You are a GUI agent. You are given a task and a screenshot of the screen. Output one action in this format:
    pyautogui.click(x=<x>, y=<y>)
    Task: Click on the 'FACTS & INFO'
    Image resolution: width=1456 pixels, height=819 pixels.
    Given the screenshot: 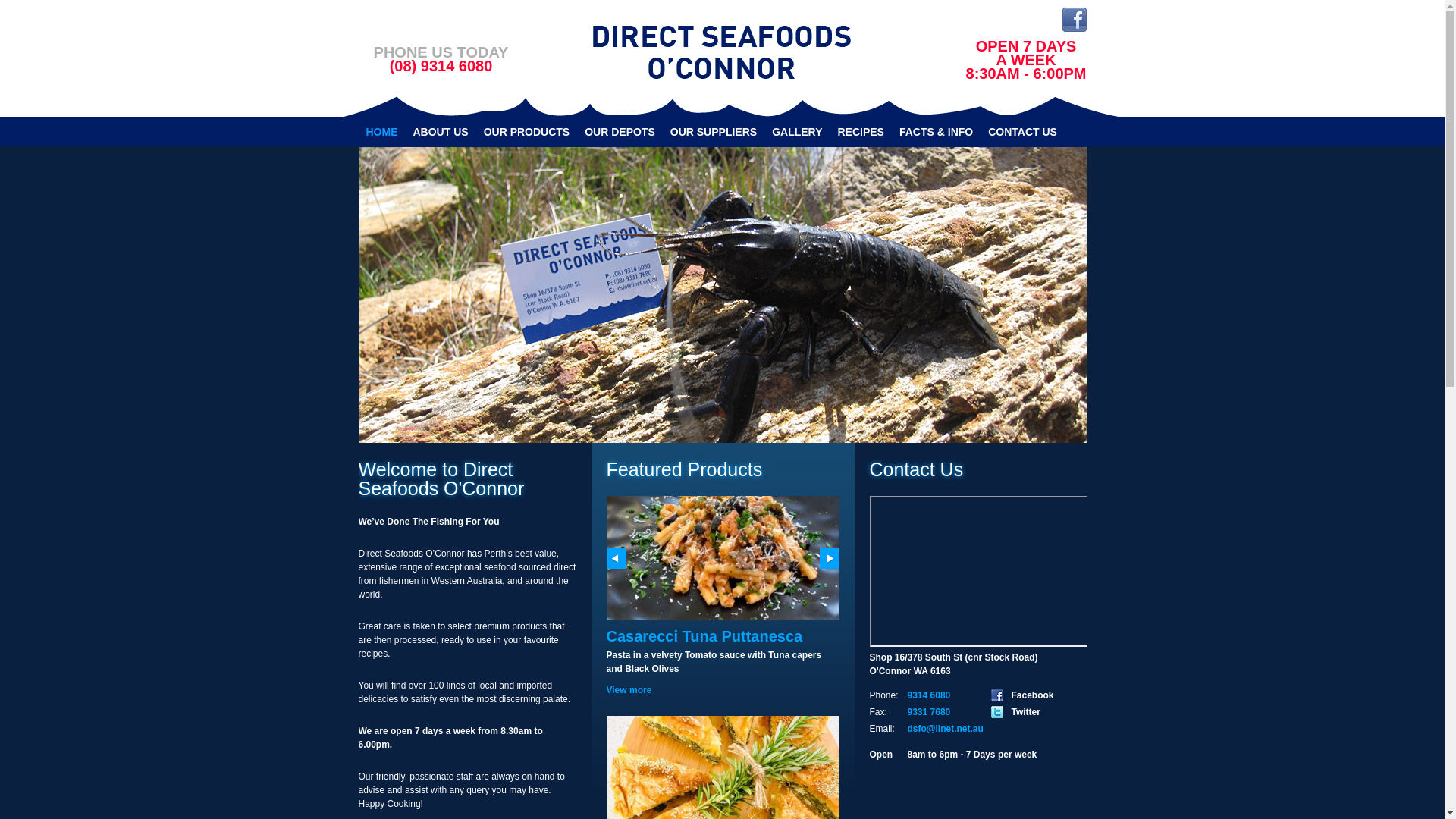 What is the action you would take?
    pyautogui.click(x=935, y=130)
    